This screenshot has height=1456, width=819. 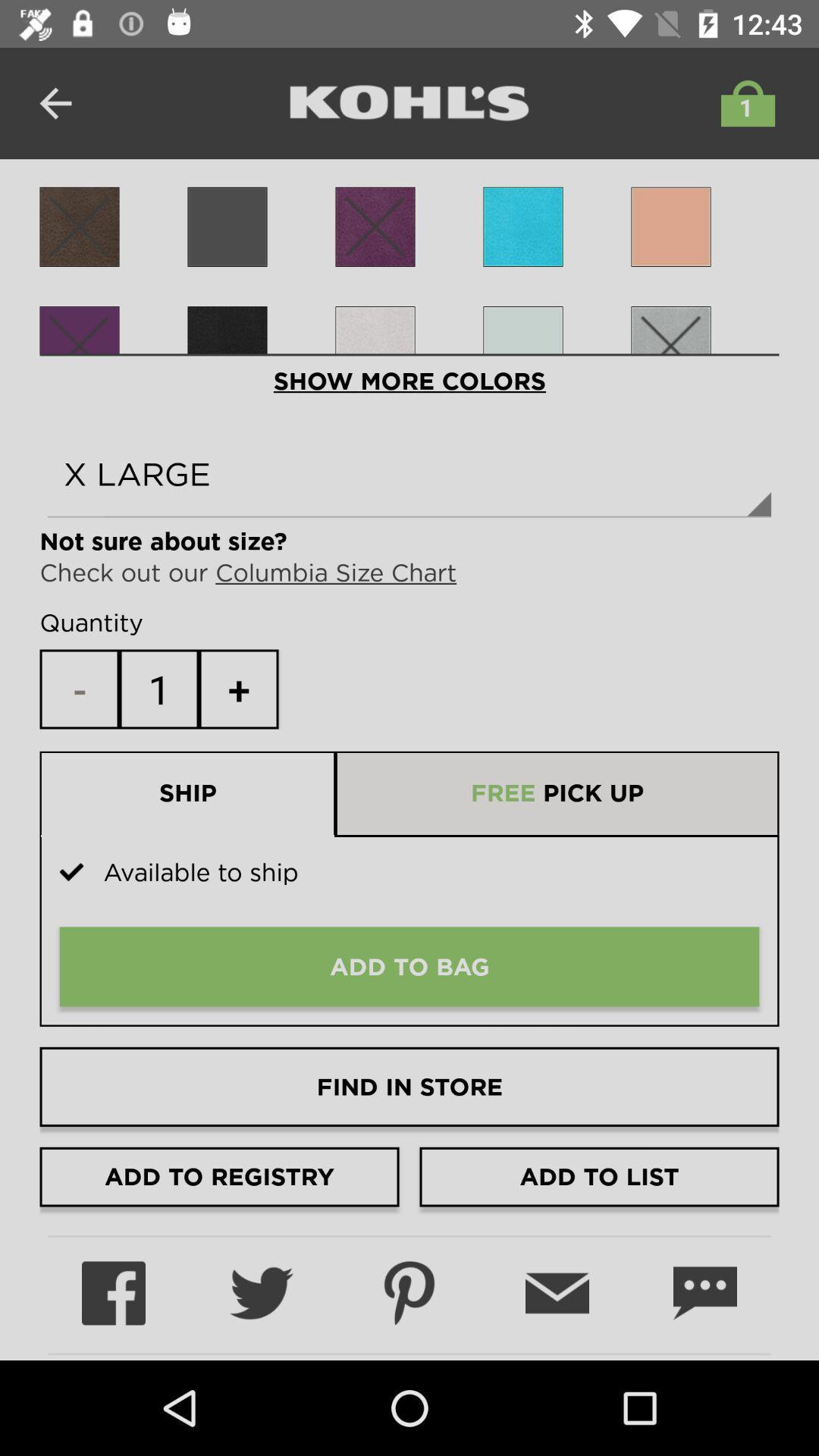 I want to click on the chat icon, so click(x=704, y=1292).